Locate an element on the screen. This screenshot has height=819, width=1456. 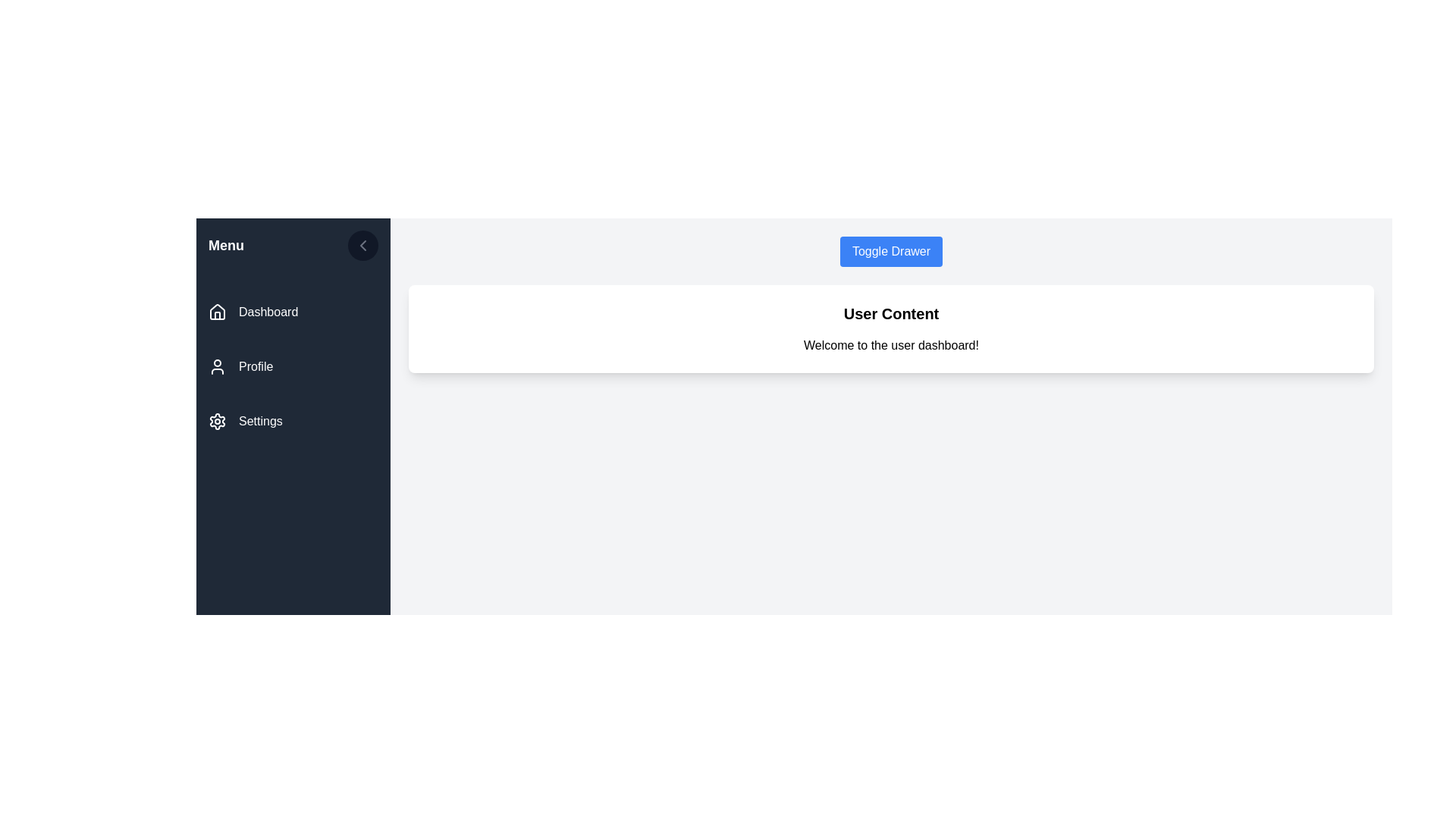
the blue 'Toggle Drawer' button with rounded corners located at the top-right section of the main content area is located at coordinates (891, 250).